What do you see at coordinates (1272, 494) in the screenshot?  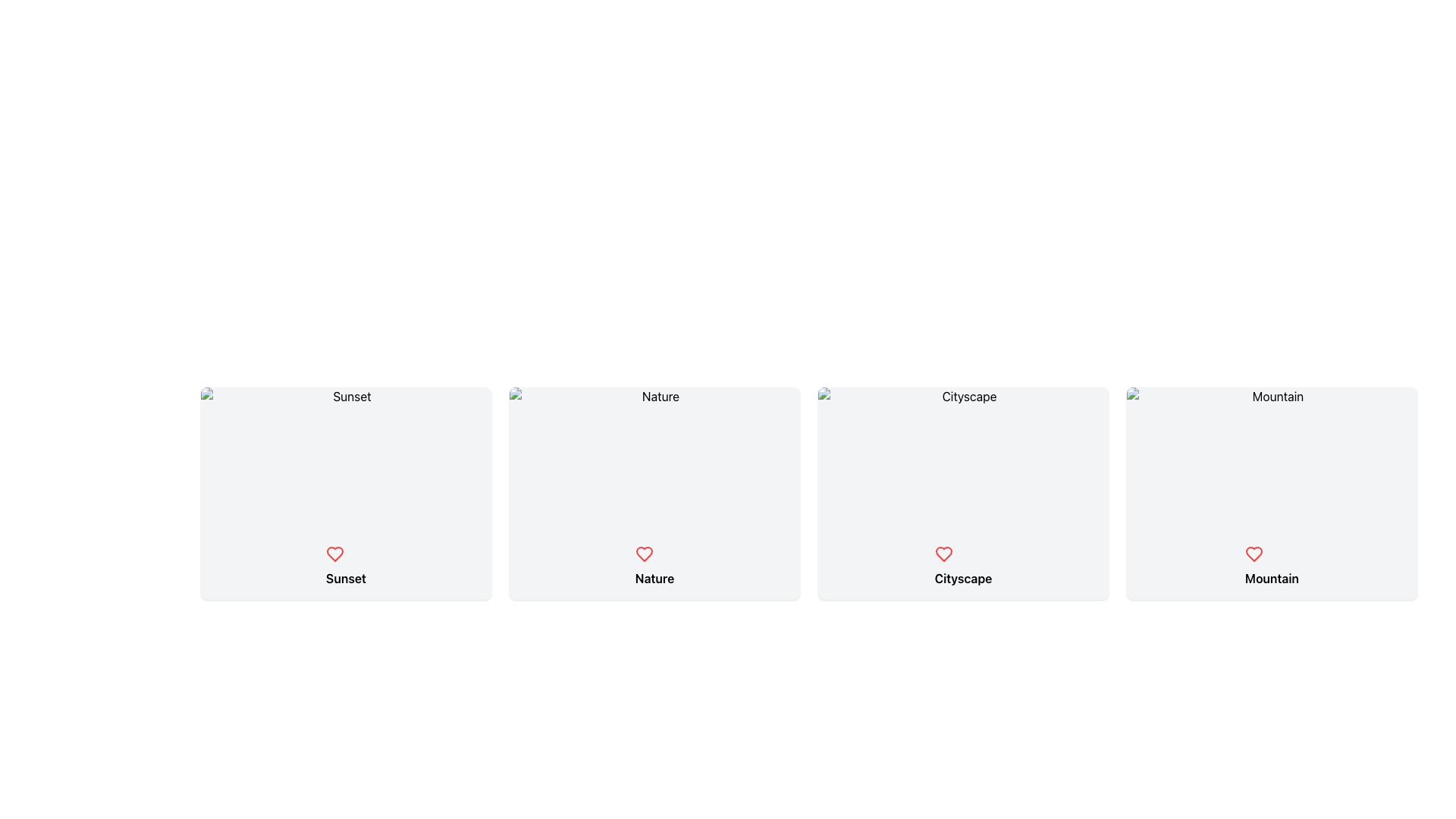 I see `the fourth card in the grid layout that represents the 'Mountain' item` at bounding box center [1272, 494].